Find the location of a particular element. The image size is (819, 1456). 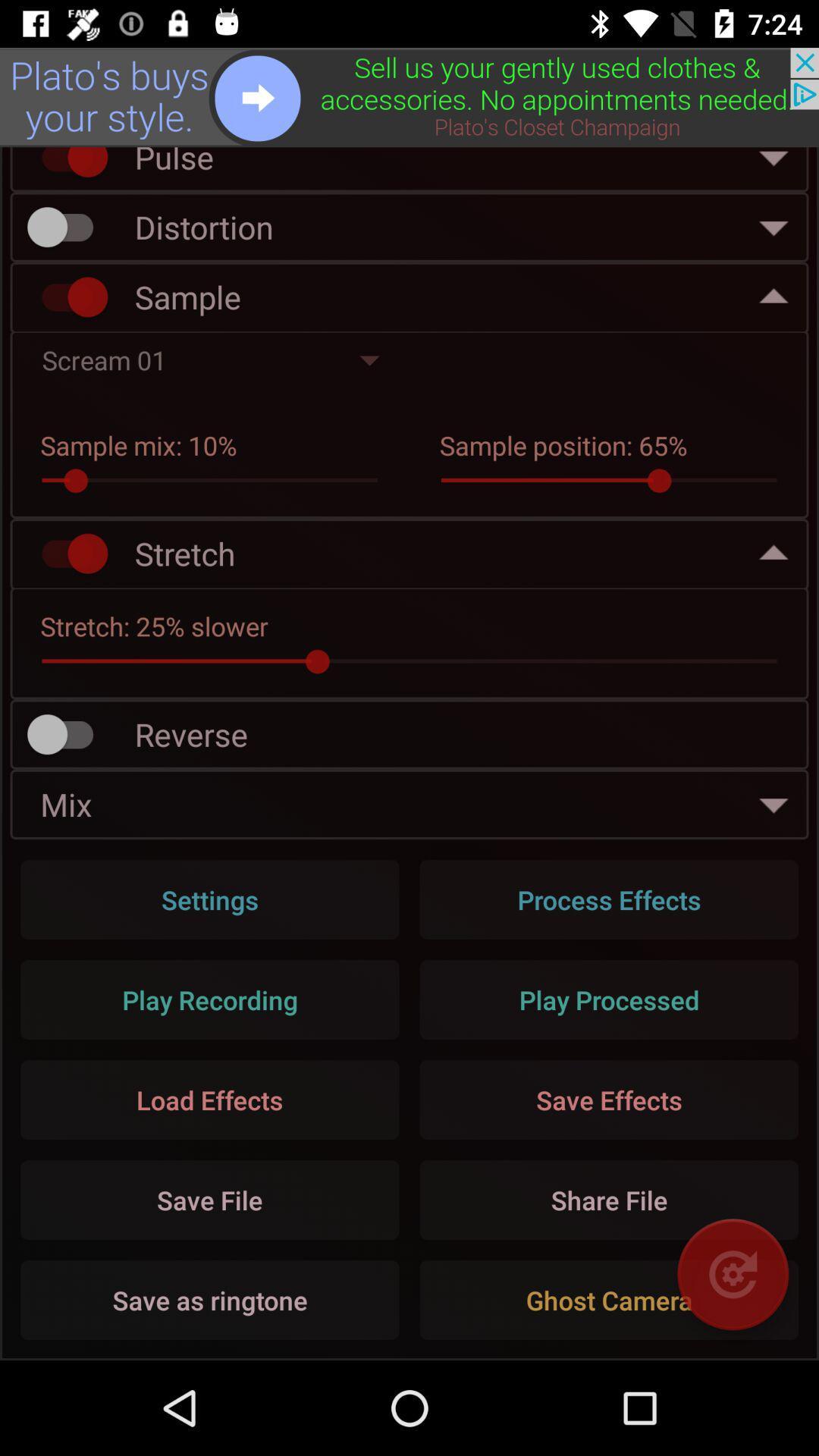

open advertisement is located at coordinates (409, 96).